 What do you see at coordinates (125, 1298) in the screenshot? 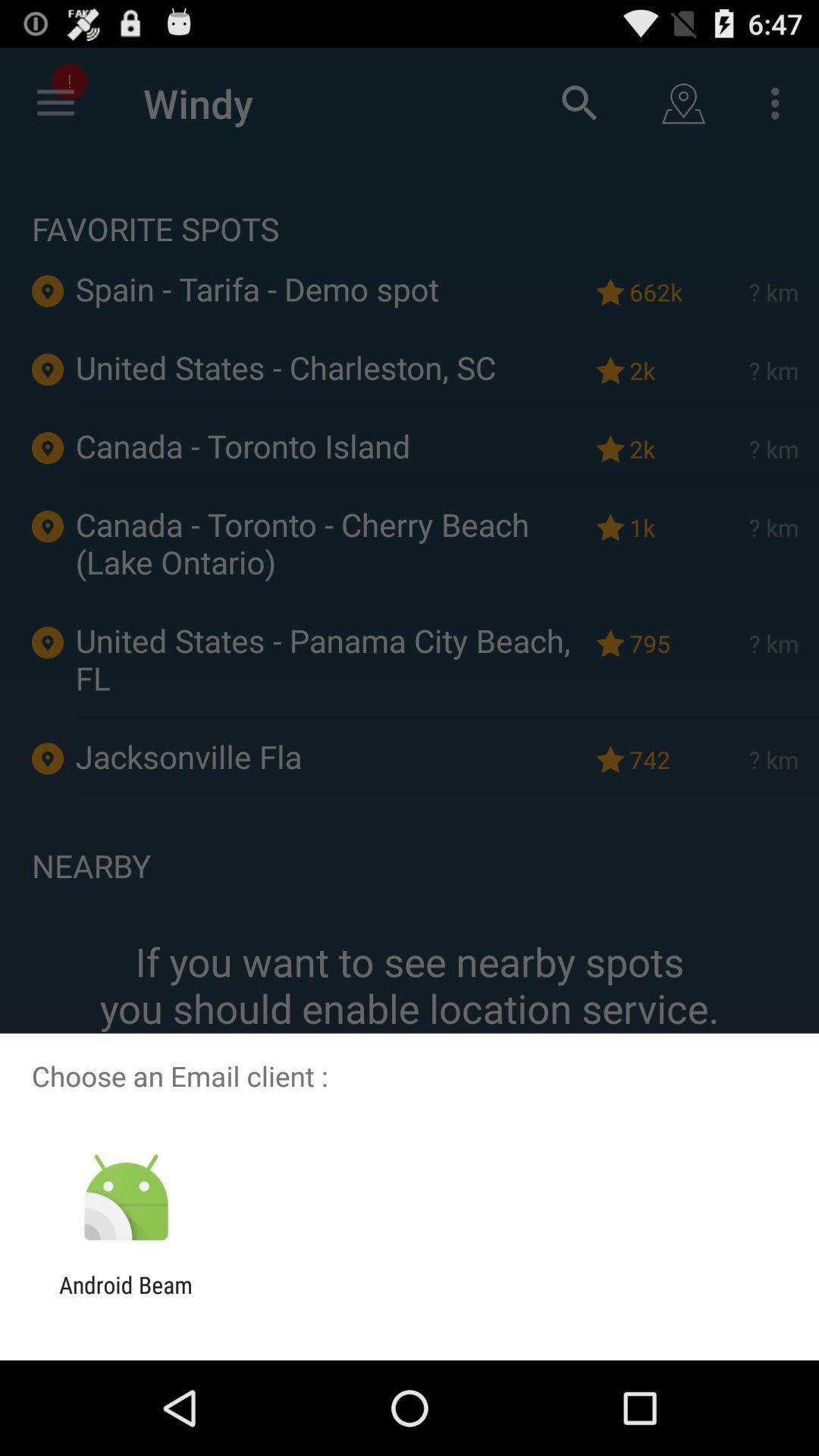
I see `android beam icon` at bounding box center [125, 1298].